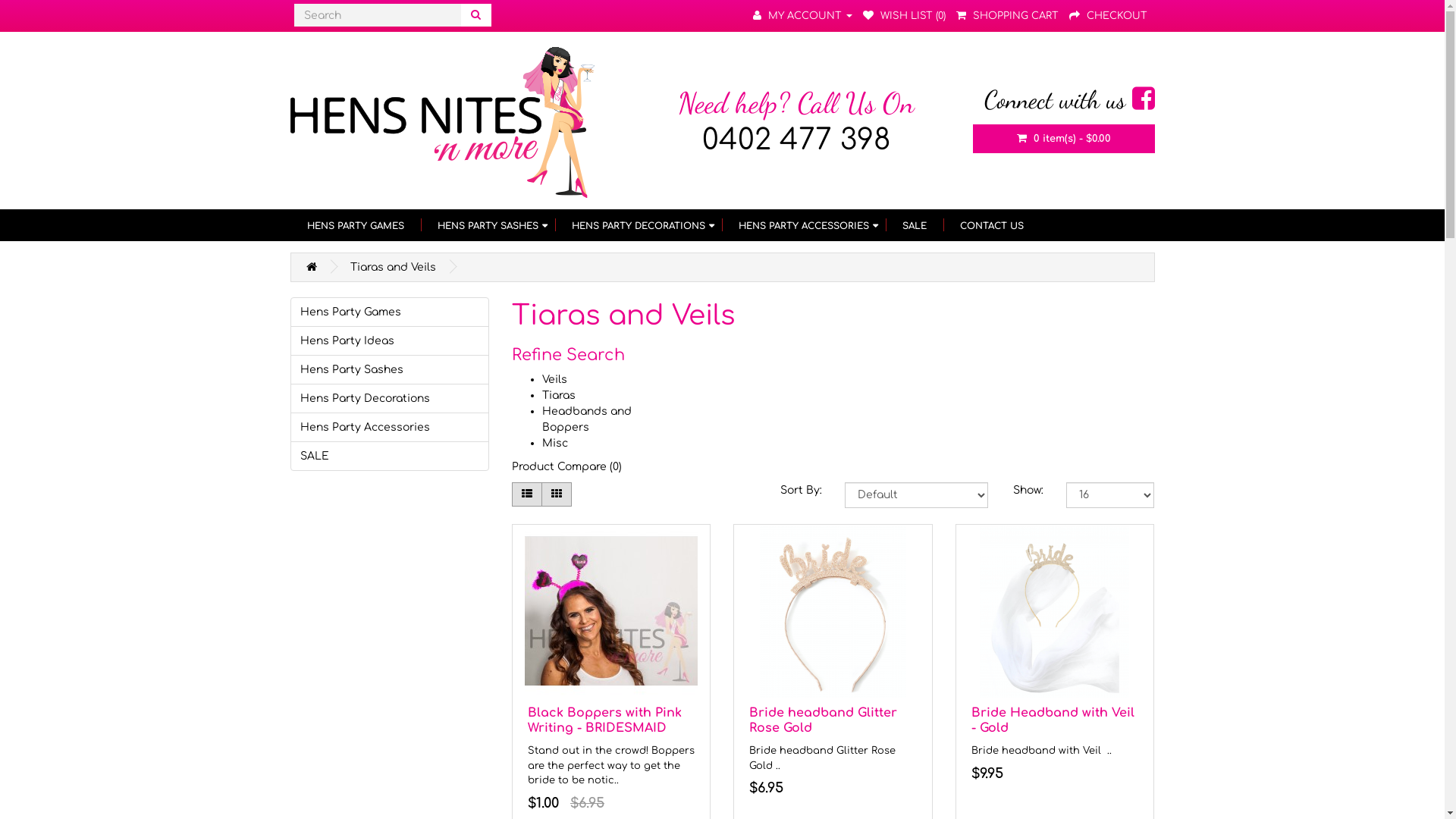  I want to click on '0 item(s) - $0.00', so click(971, 138).